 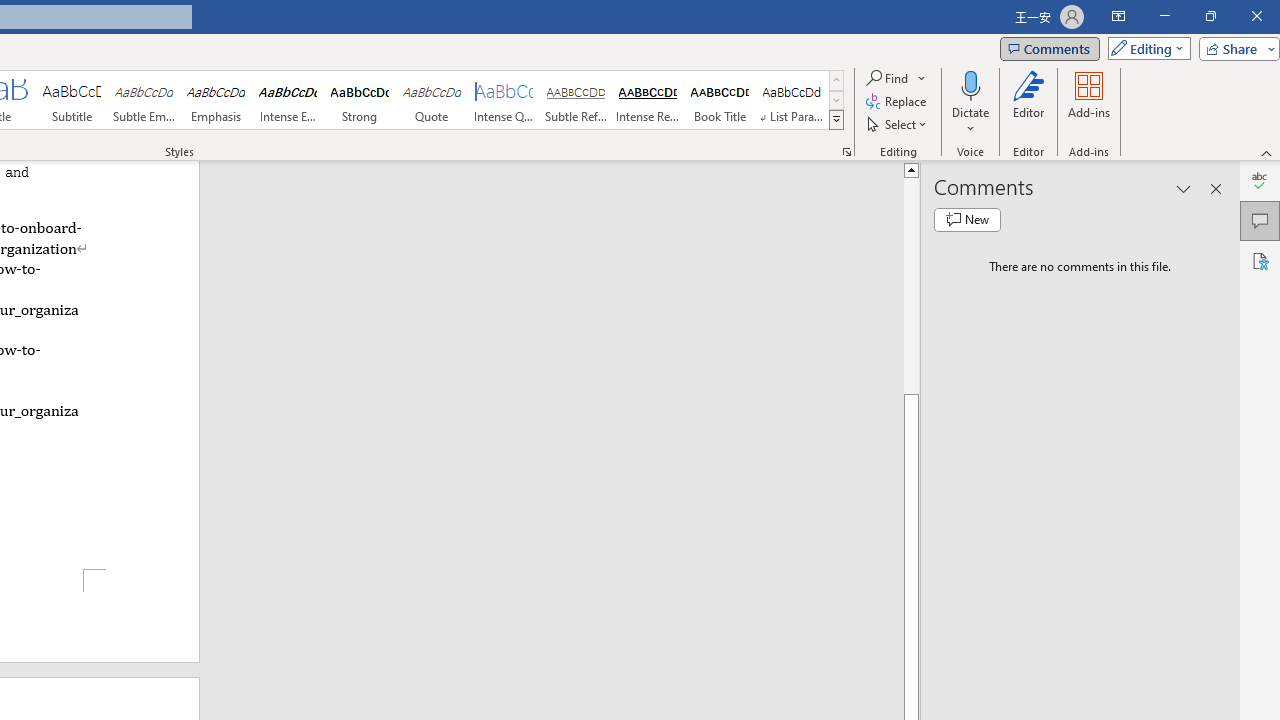 I want to click on 'Class: NetUIImage', so click(x=837, y=119).